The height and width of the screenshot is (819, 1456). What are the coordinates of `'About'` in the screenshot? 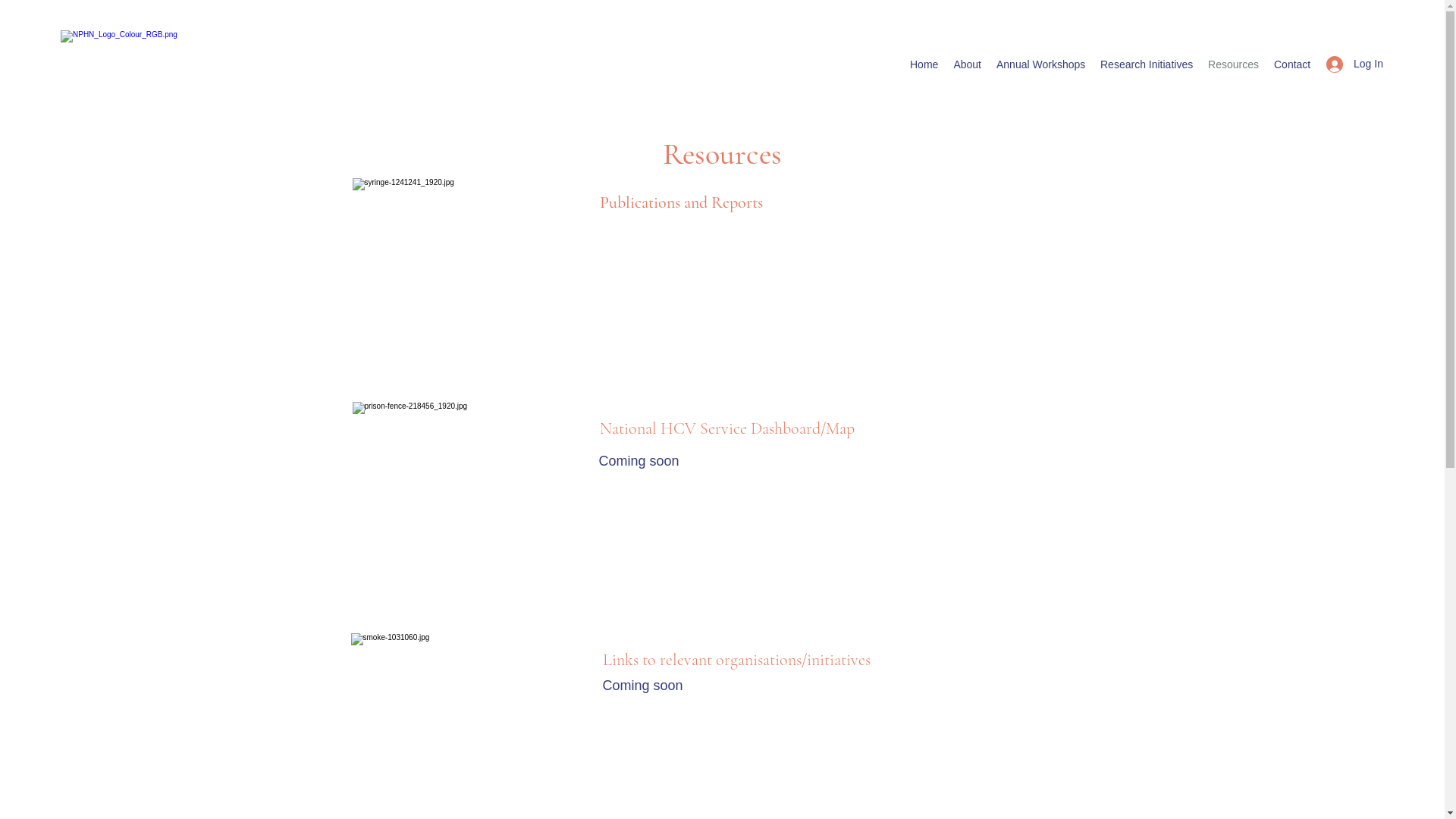 It's located at (945, 63).